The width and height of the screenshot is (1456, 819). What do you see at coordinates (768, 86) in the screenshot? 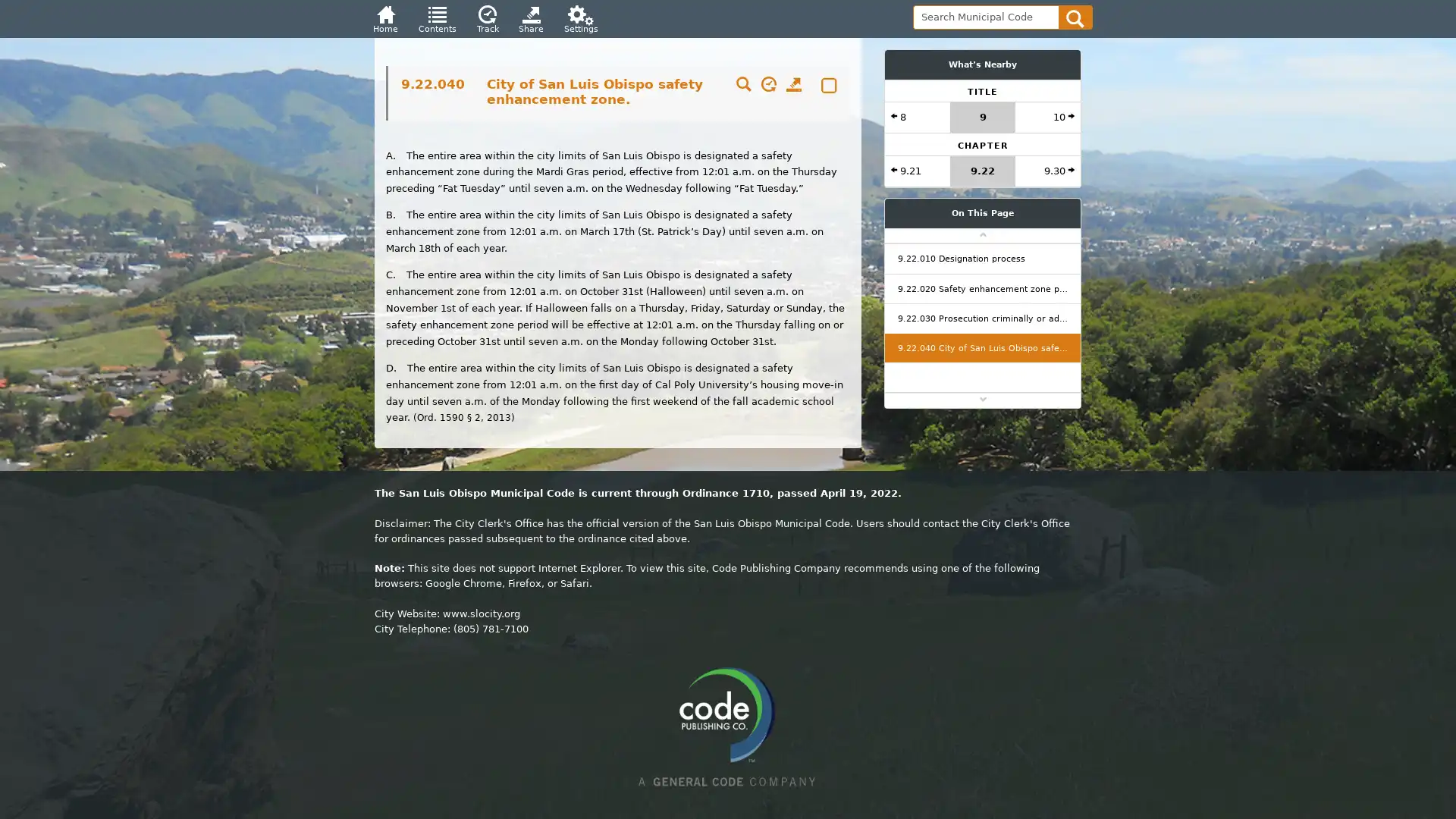
I see `History of This Section` at bounding box center [768, 86].